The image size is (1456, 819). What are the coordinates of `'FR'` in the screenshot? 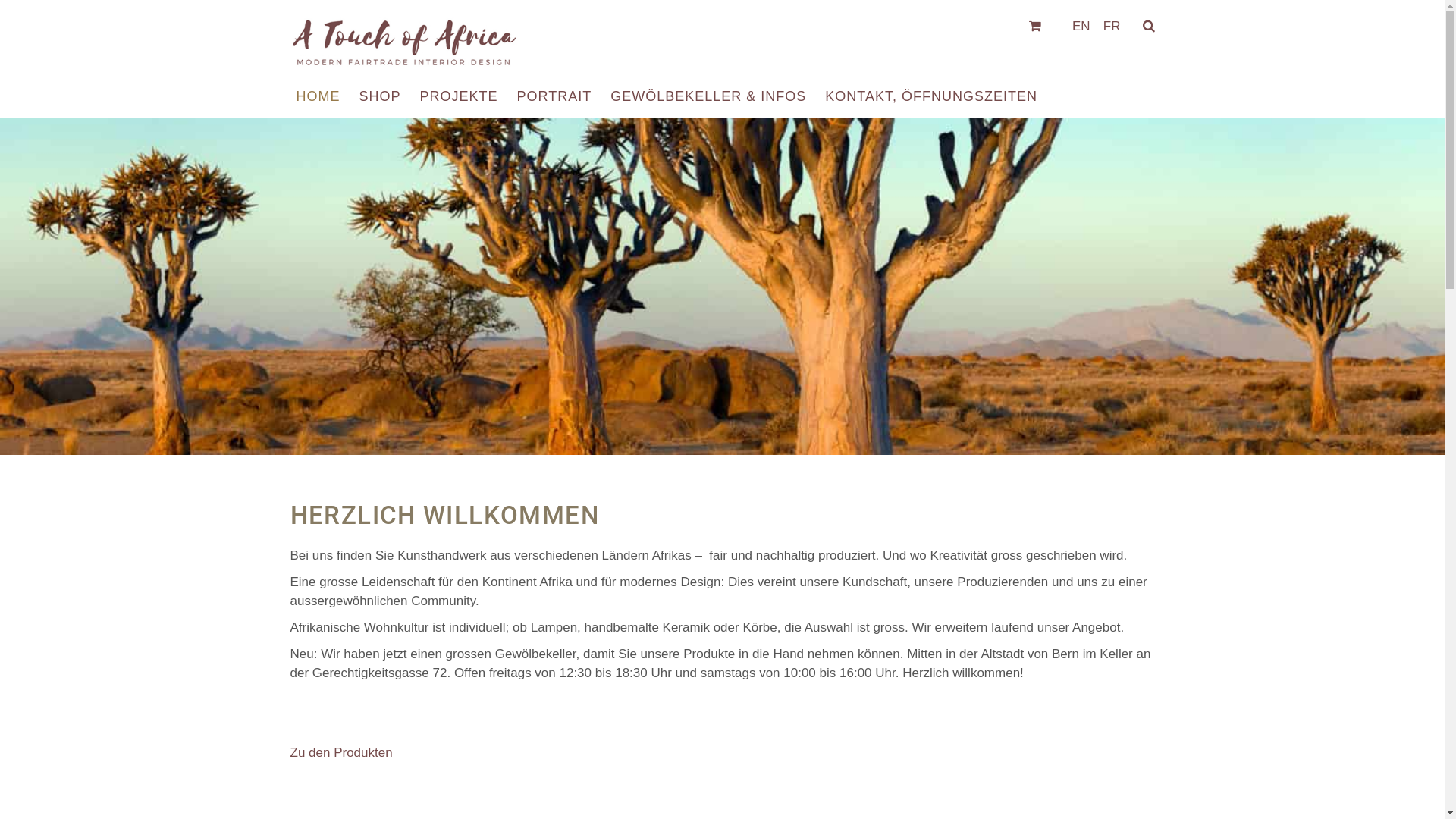 It's located at (1109, 26).